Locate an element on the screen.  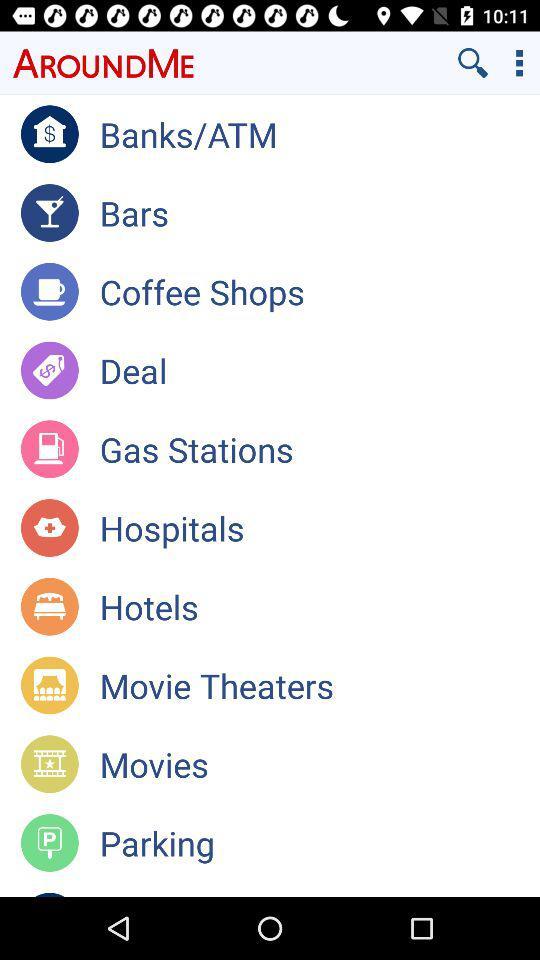
the app above the movies app is located at coordinates (319, 685).